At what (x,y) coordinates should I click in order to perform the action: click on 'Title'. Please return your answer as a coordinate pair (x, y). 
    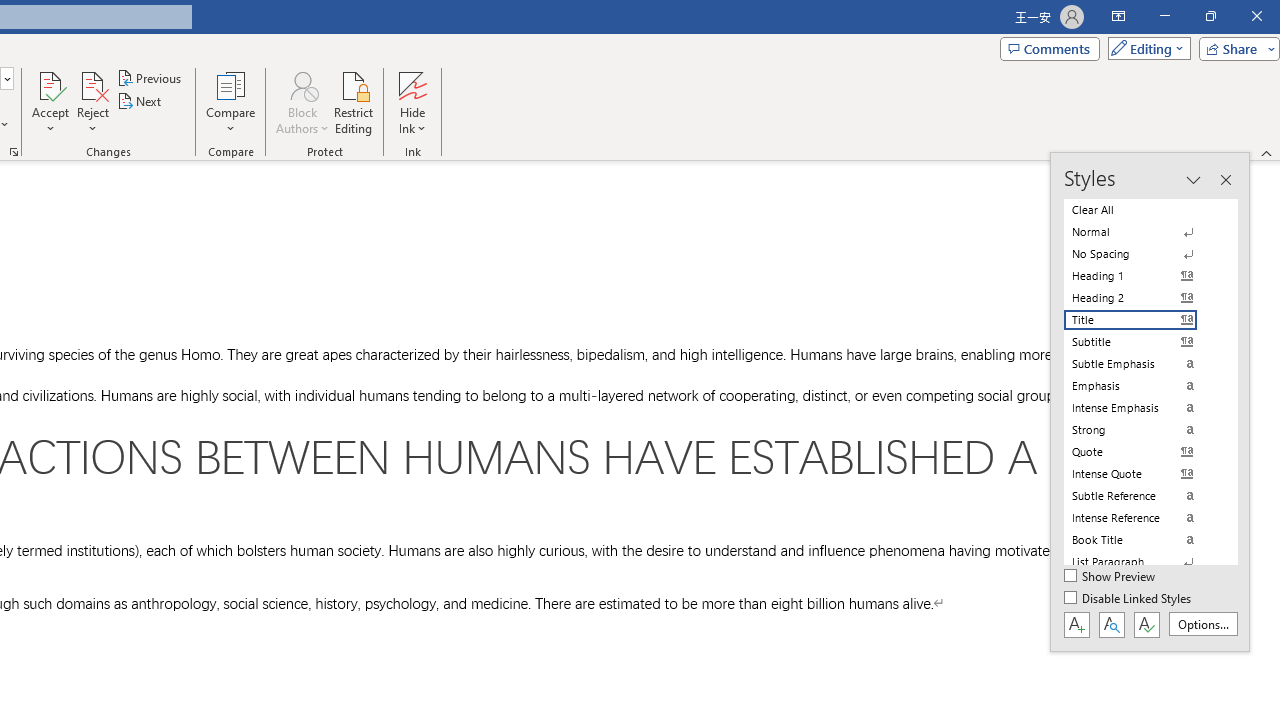
    Looking at the image, I should click on (1142, 319).